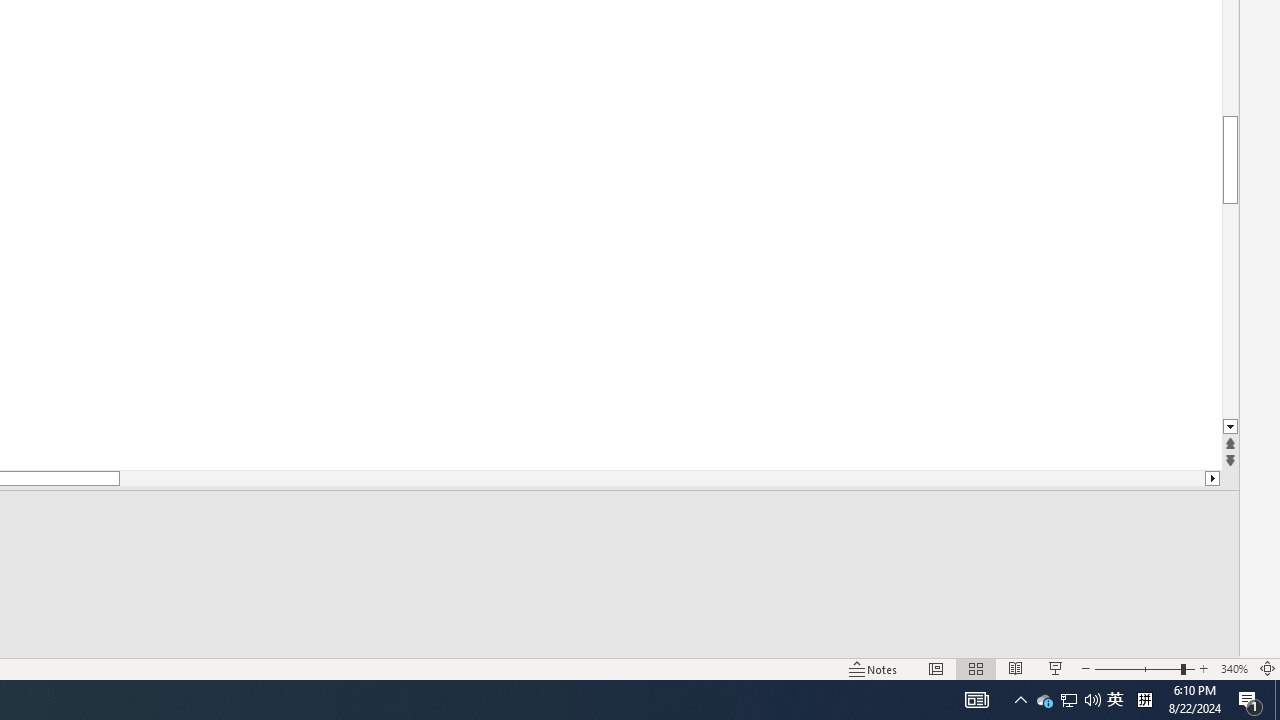  Describe the element at coordinates (976, 669) in the screenshot. I see `'Slide Sorter'` at that location.